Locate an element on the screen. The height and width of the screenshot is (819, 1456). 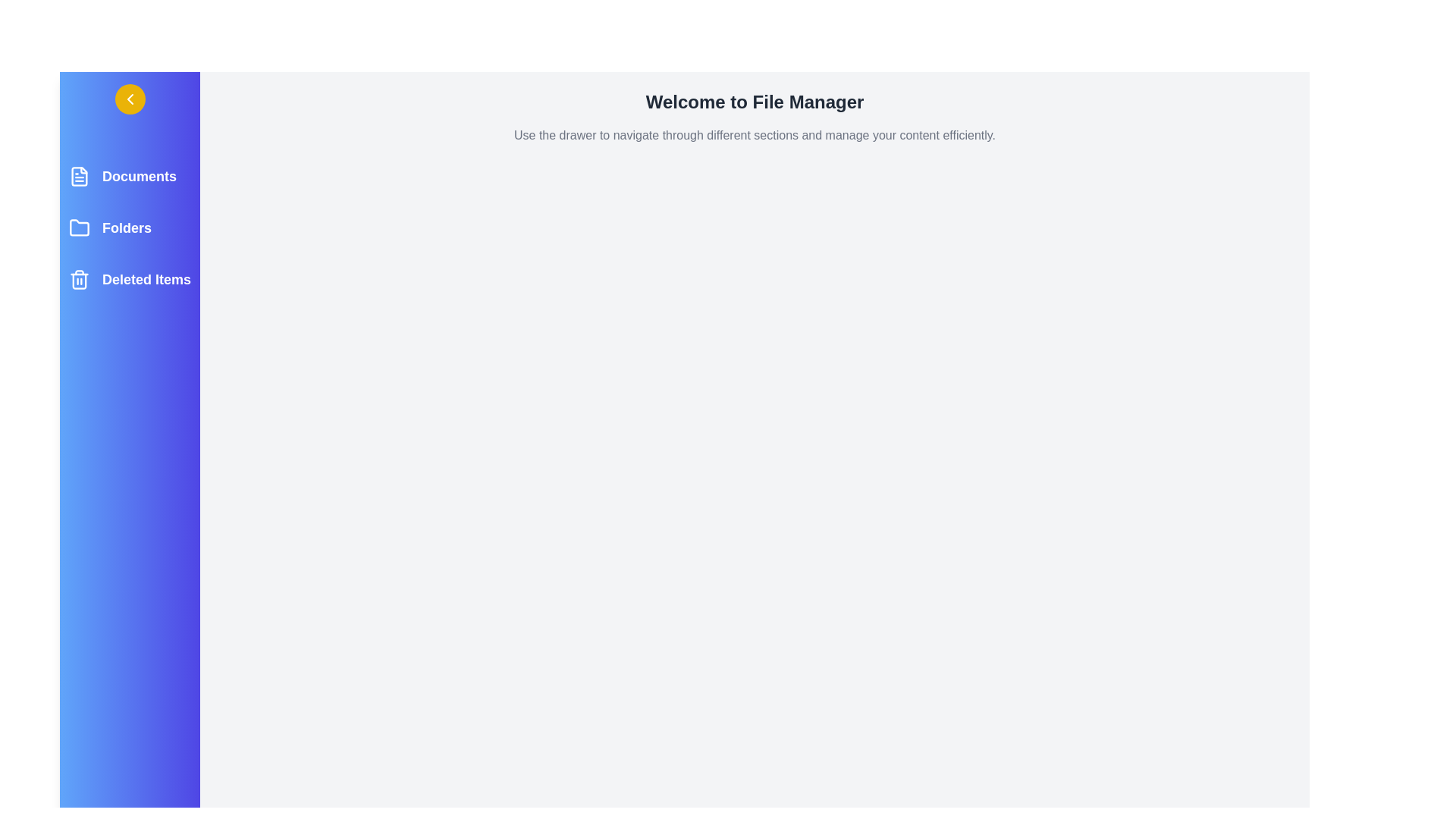
the Folders section to highlight it is located at coordinates (130, 227).